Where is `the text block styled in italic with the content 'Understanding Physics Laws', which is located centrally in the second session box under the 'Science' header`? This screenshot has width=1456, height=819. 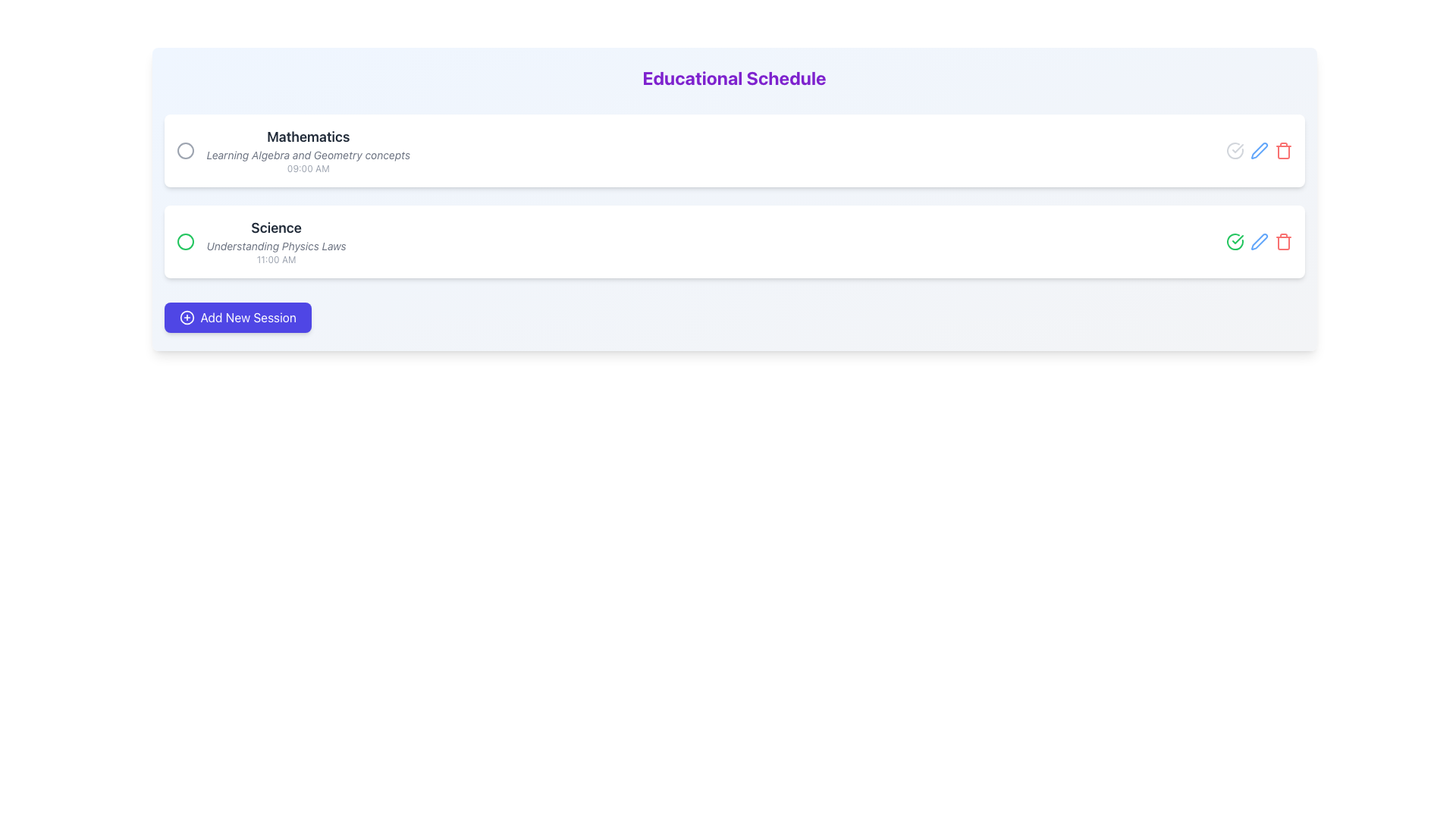 the text block styled in italic with the content 'Understanding Physics Laws', which is located centrally in the second session box under the 'Science' header is located at coordinates (276, 245).